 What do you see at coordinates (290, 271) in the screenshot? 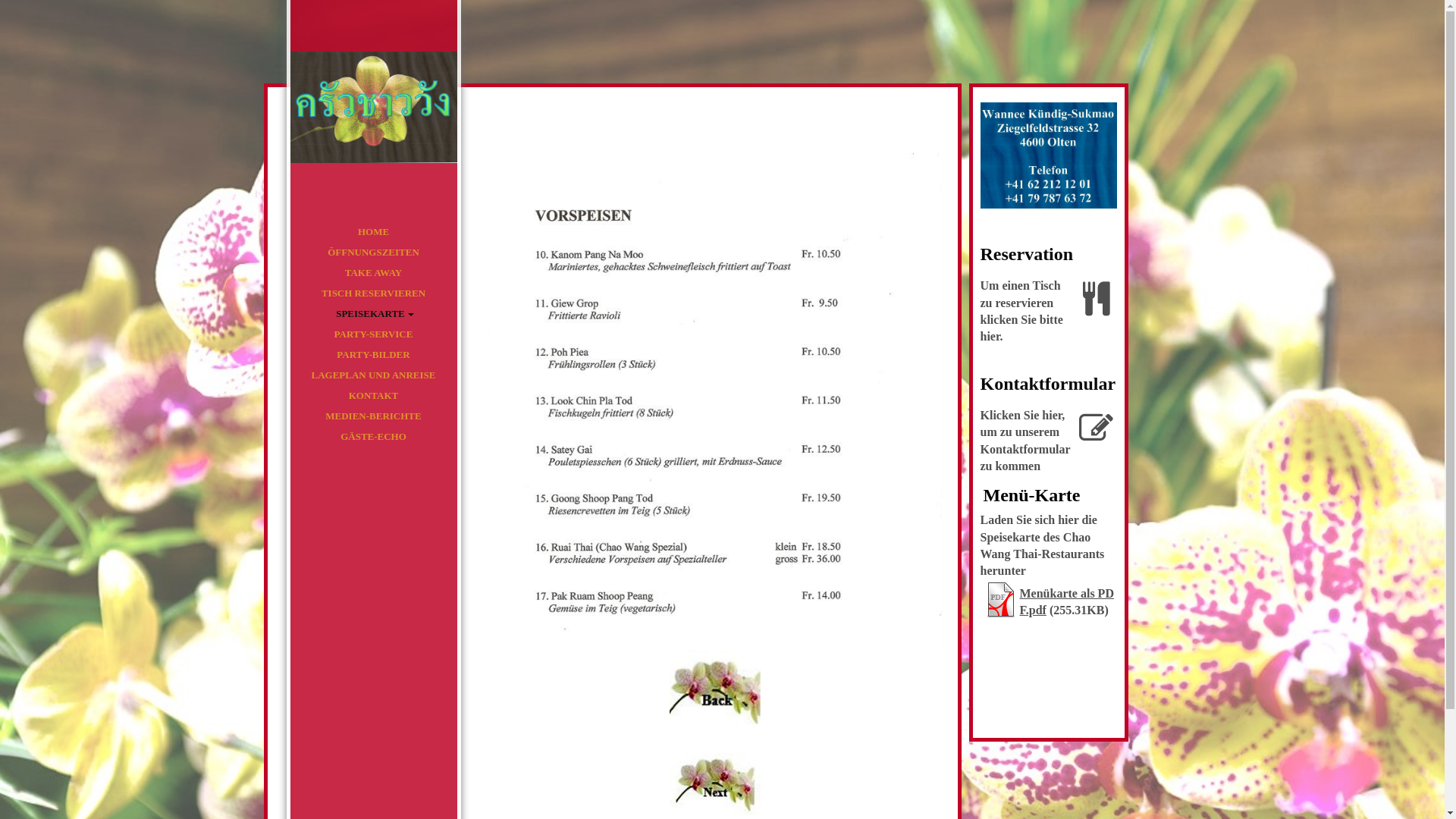
I see `'TAKE AWAY'` at bounding box center [290, 271].